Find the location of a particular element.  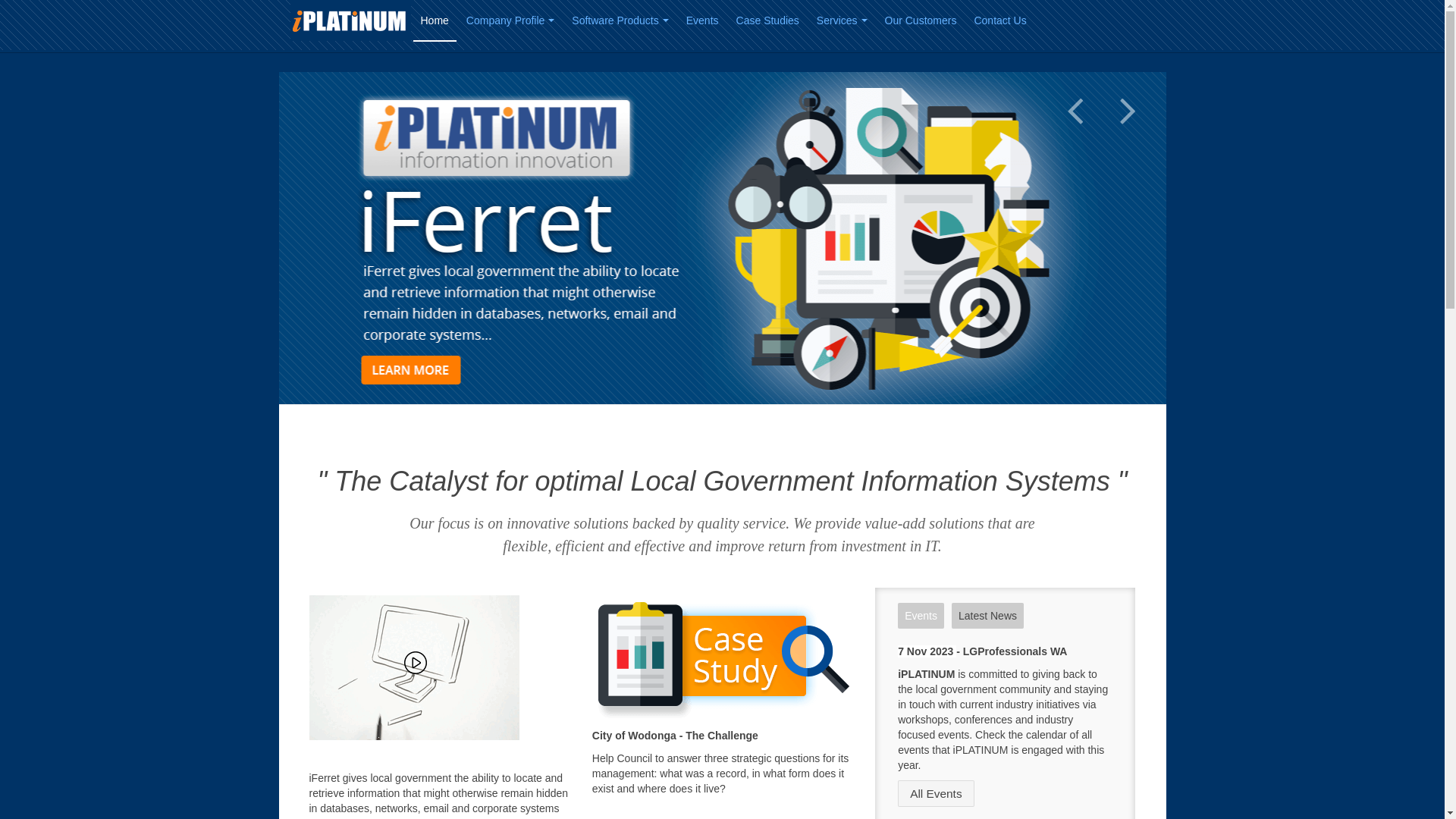

'Services' is located at coordinates (841, 20).